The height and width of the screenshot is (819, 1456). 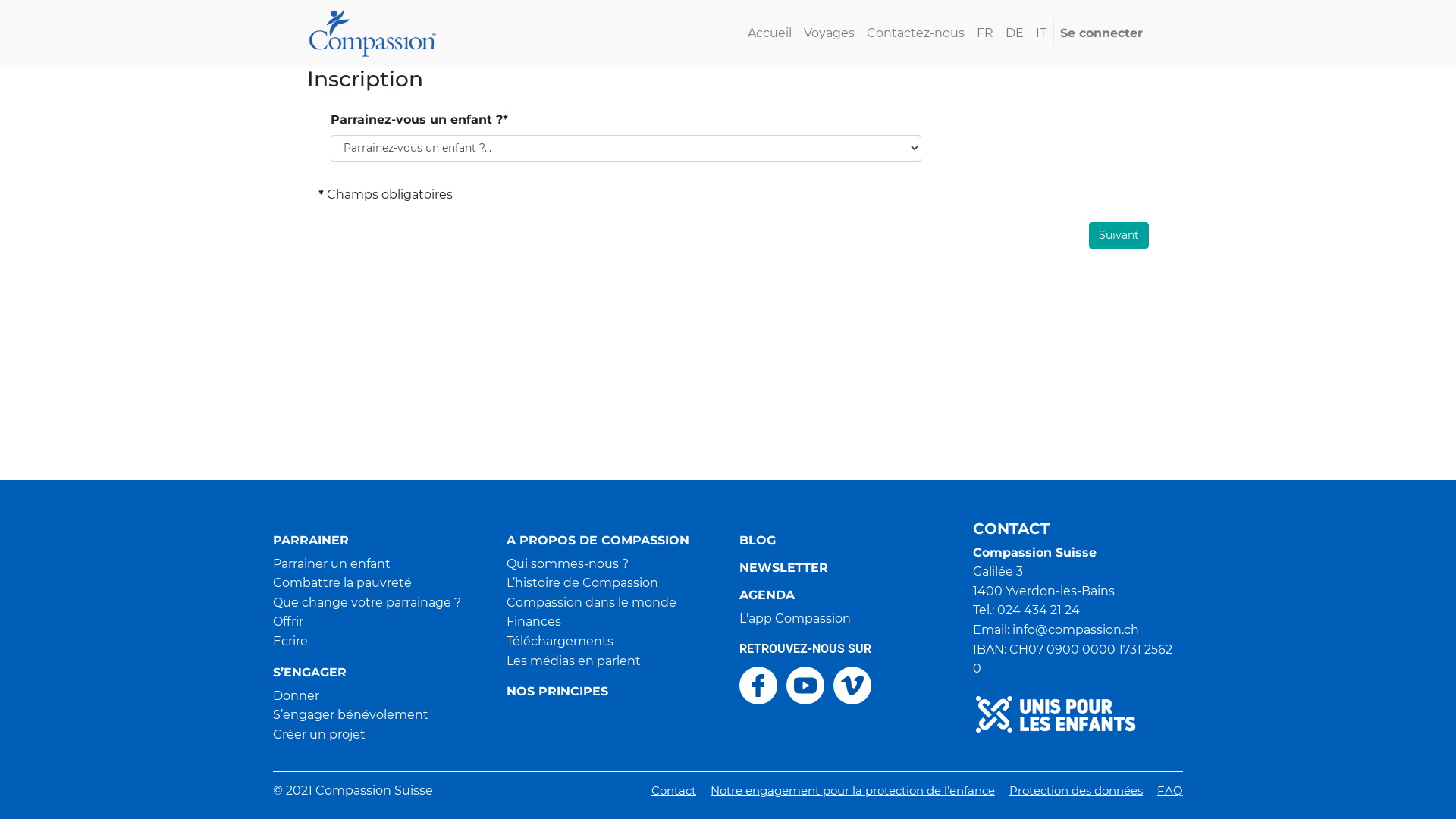 What do you see at coordinates (273, 563) in the screenshot?
I see `'Parrainer un enfant'` at bounding box center [273, 563].